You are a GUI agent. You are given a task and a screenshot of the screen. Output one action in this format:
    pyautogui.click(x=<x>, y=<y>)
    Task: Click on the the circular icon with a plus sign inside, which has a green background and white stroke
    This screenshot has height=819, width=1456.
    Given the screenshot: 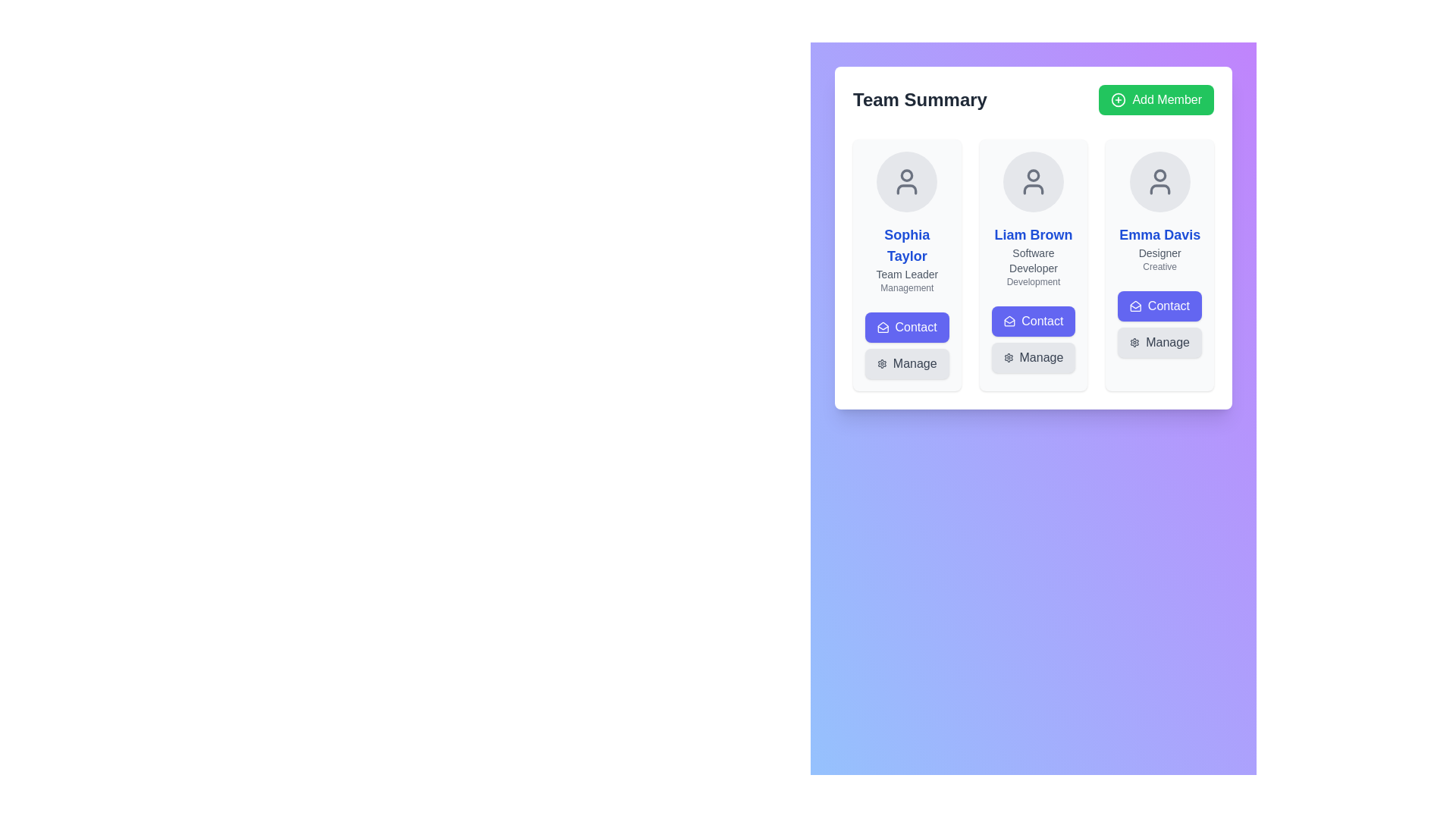 What is the action you would take?
    pyautogui.click(x=1119, y=99)
    